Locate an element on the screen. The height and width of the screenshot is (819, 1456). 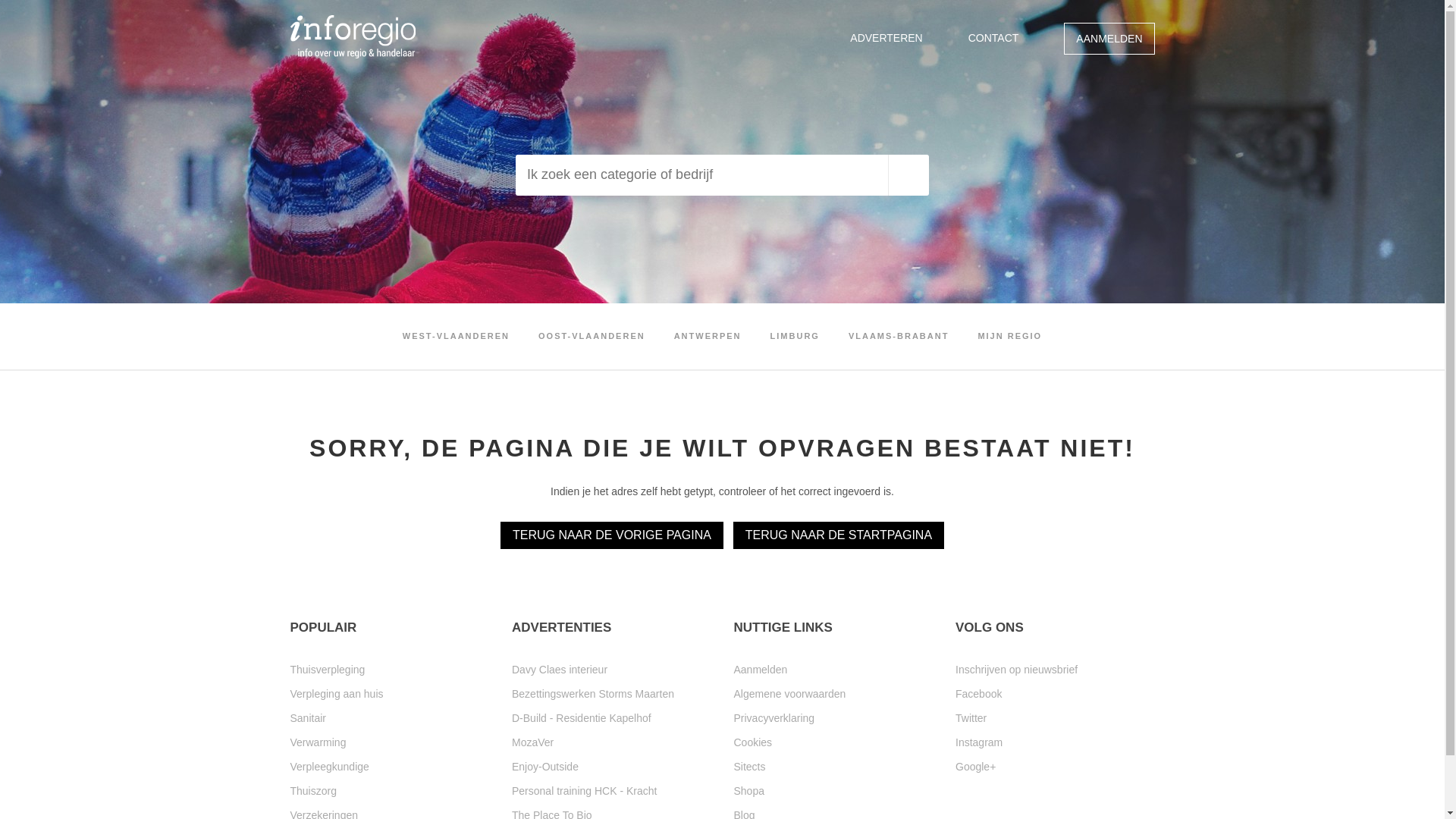
'Facebook' is located at coordinates (1054, 693).